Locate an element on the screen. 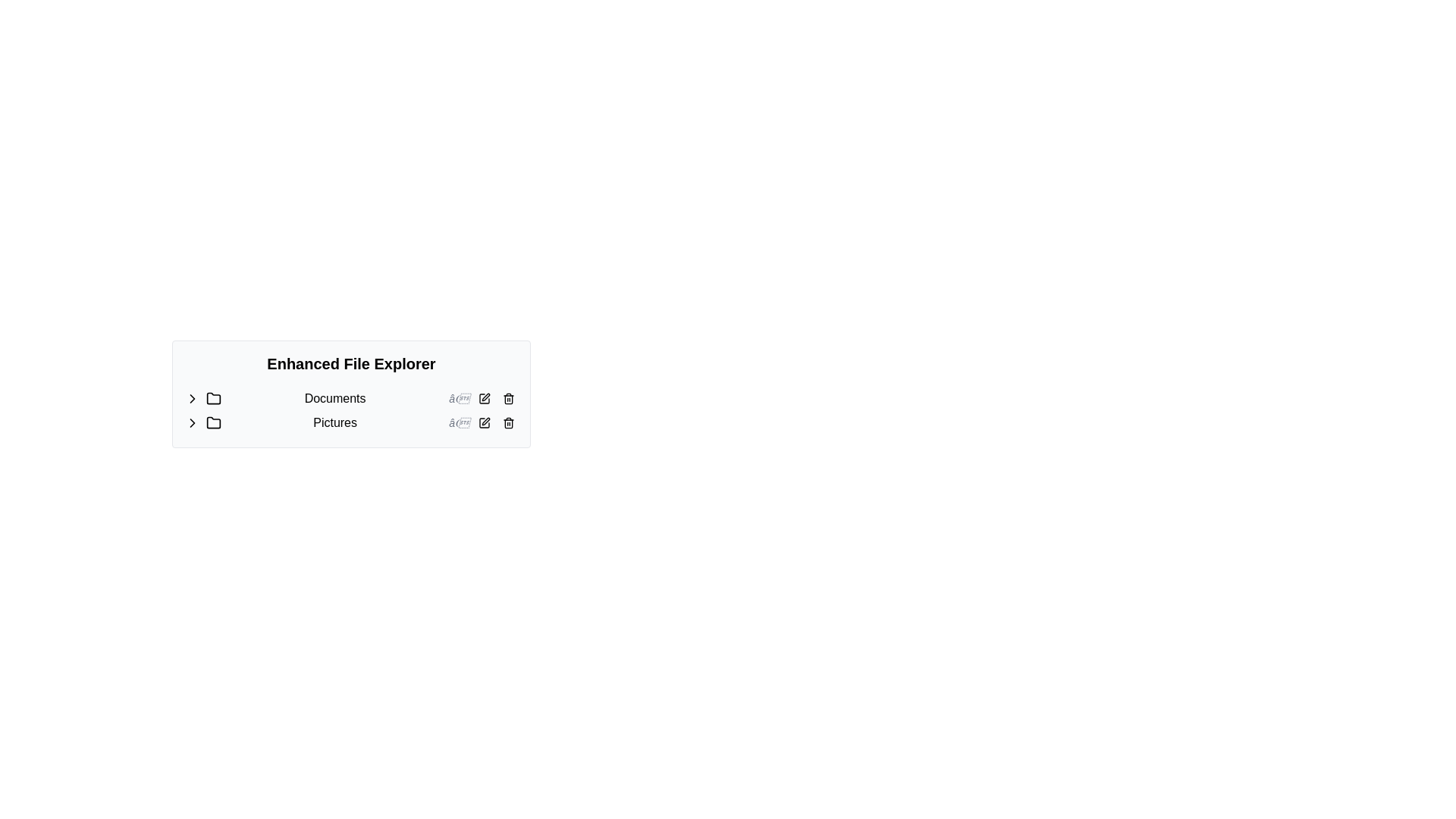 The width and height of the screenshot is (1456, 819). the button that initiates editing operations related to the 'Documents' entry in the file explorer is located at coordinates (483, 397).